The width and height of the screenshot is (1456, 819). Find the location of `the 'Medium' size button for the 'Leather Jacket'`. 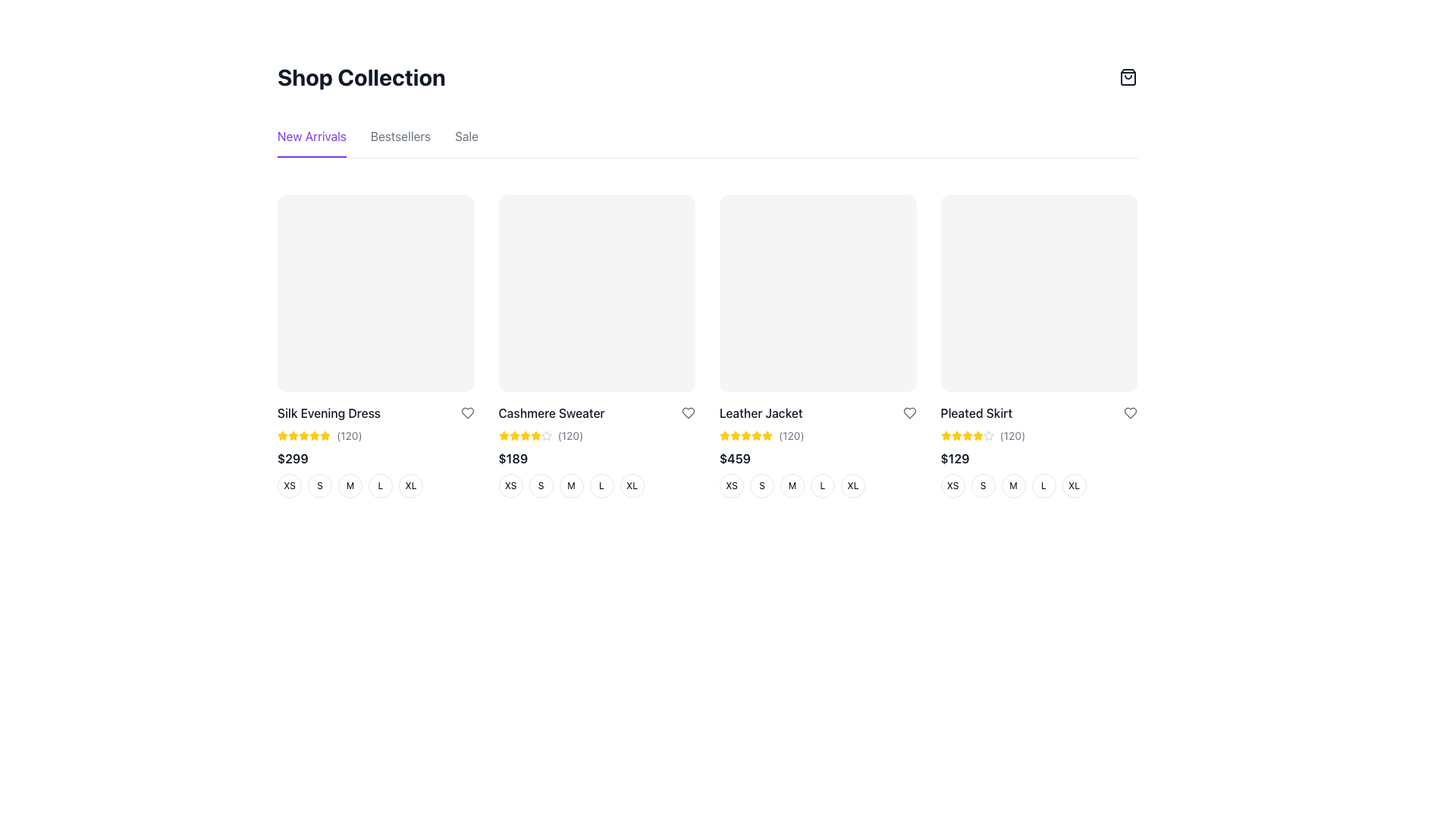

the 'Medium' size button for the 'Leather Jacket' is located at coordinates (792, 485).